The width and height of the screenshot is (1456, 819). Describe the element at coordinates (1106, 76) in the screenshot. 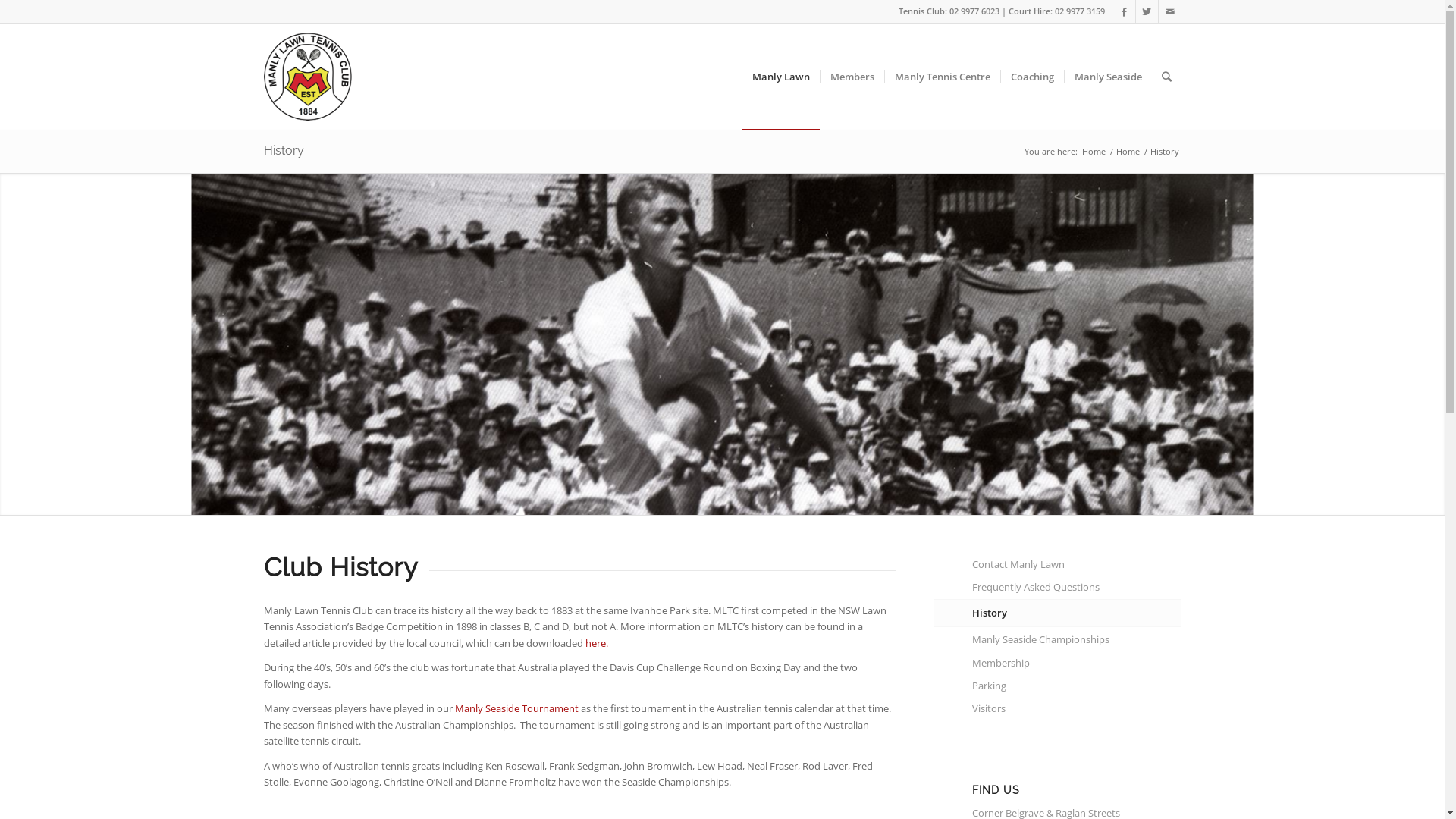

I see `'Manly Seaside'` at that location.